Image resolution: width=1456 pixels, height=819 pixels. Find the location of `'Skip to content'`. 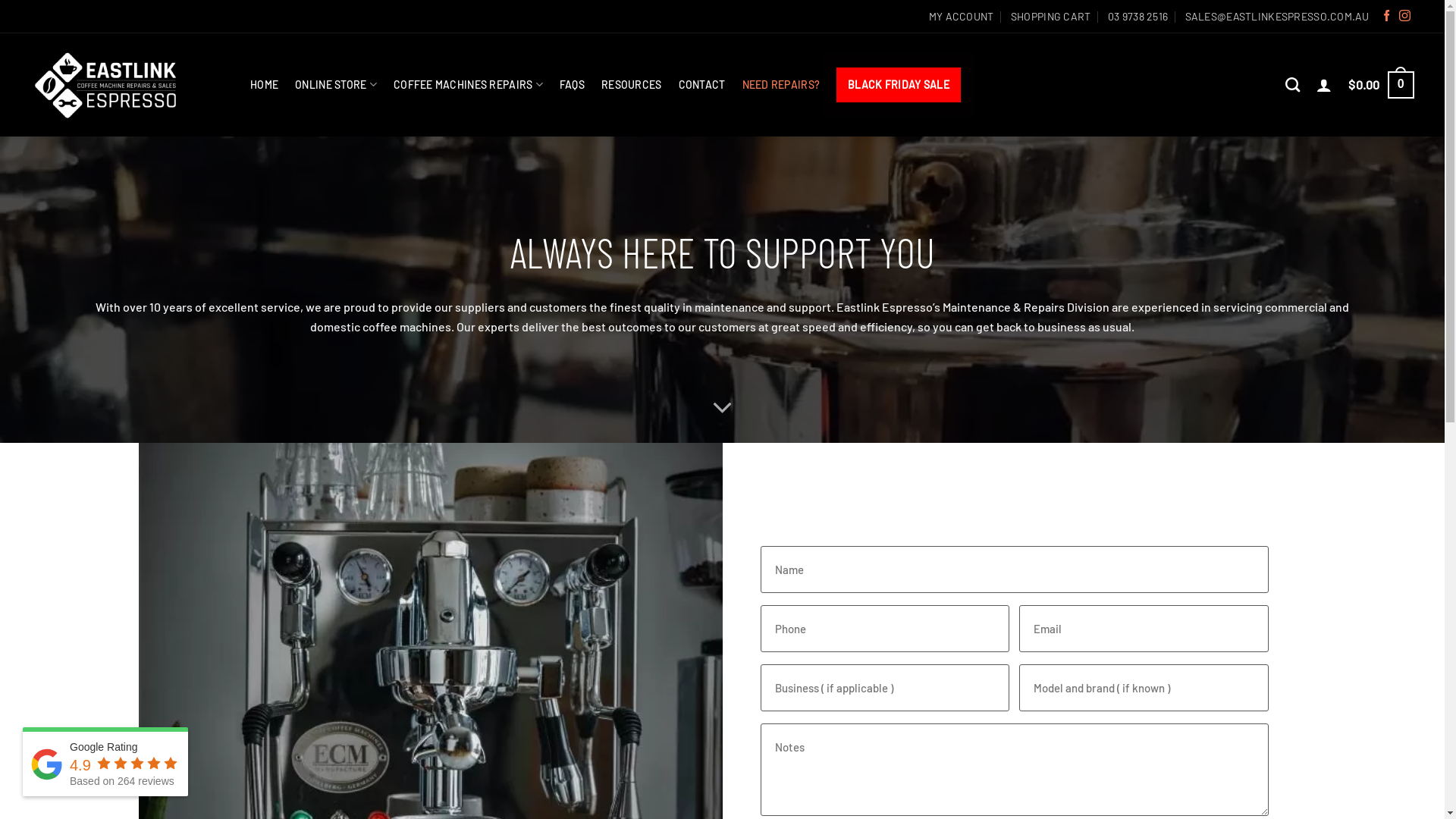

'Skip to content' is located at coordinates (0, 0).